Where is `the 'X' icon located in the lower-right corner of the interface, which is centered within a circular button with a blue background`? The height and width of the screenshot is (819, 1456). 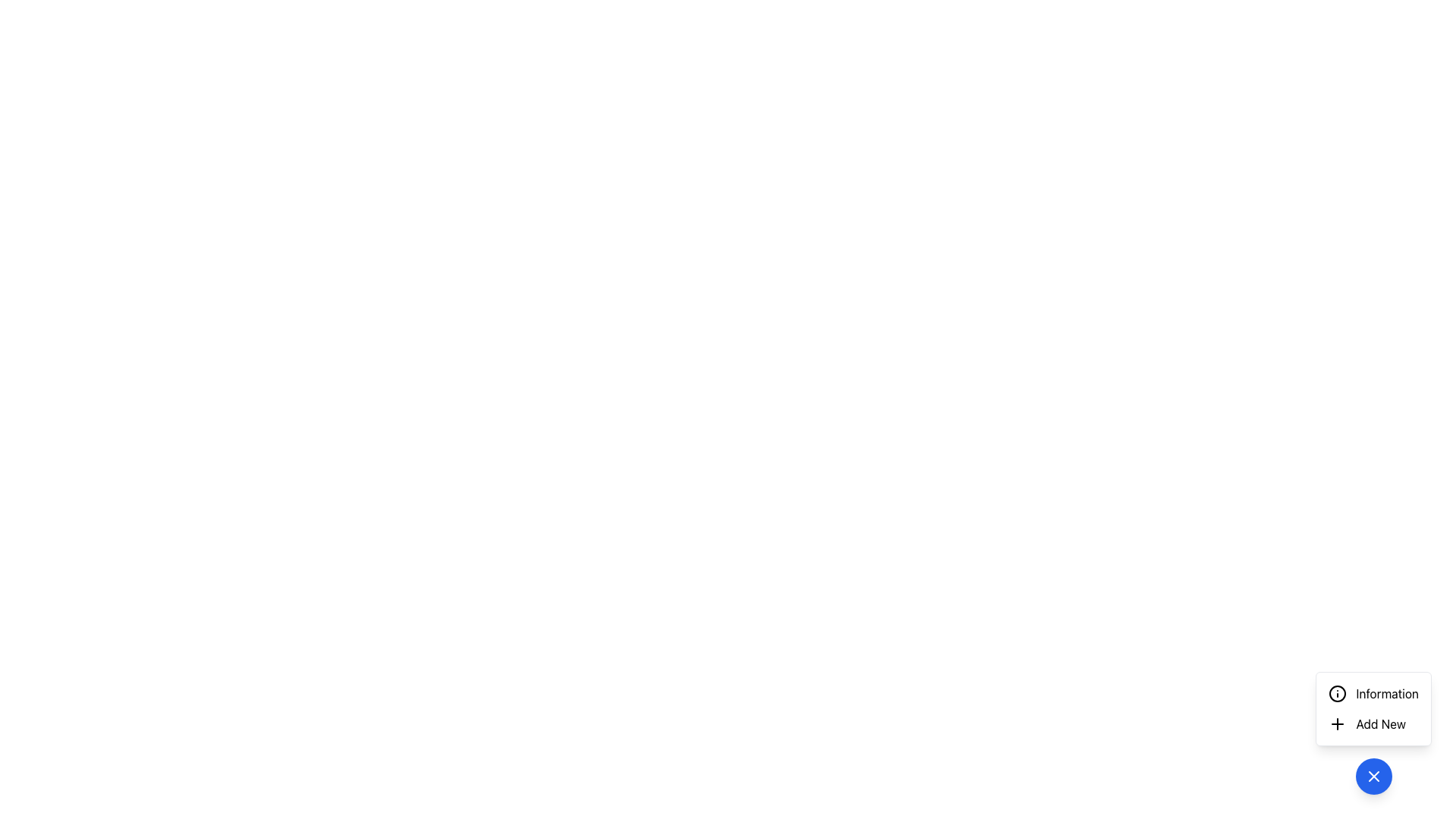
the 'X' icon located in the lower-right corner of the interface, which is centered within a circular button with a blue background is located at coordinates (1373, 776).